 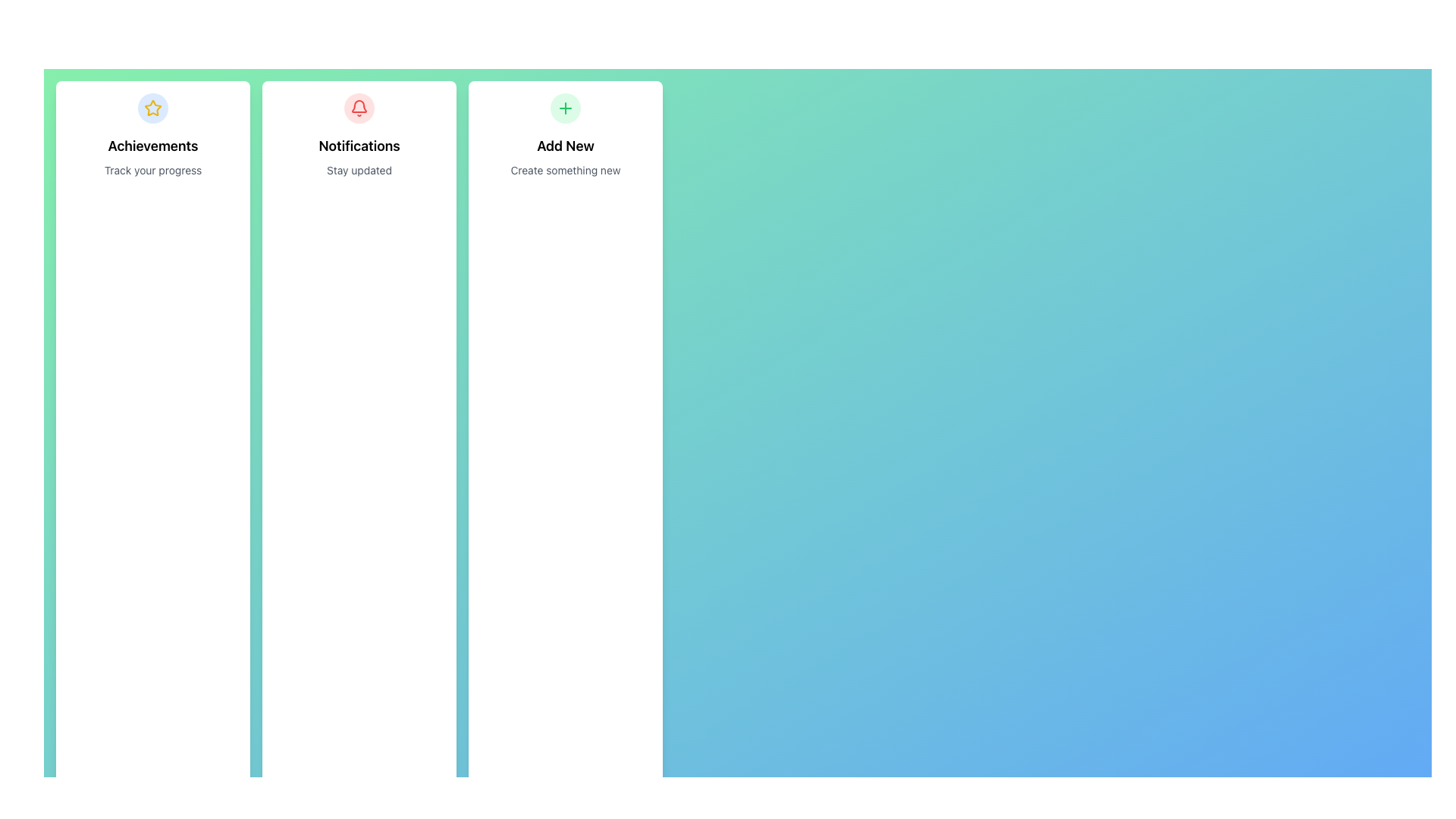 What do you see at coordinates (359, 105) in the screenshot?
I see `the SVG bell icon representing the 'Notifications' section, which is positioned in the middle of the three cards on the page` at bounding box center [359, 105].